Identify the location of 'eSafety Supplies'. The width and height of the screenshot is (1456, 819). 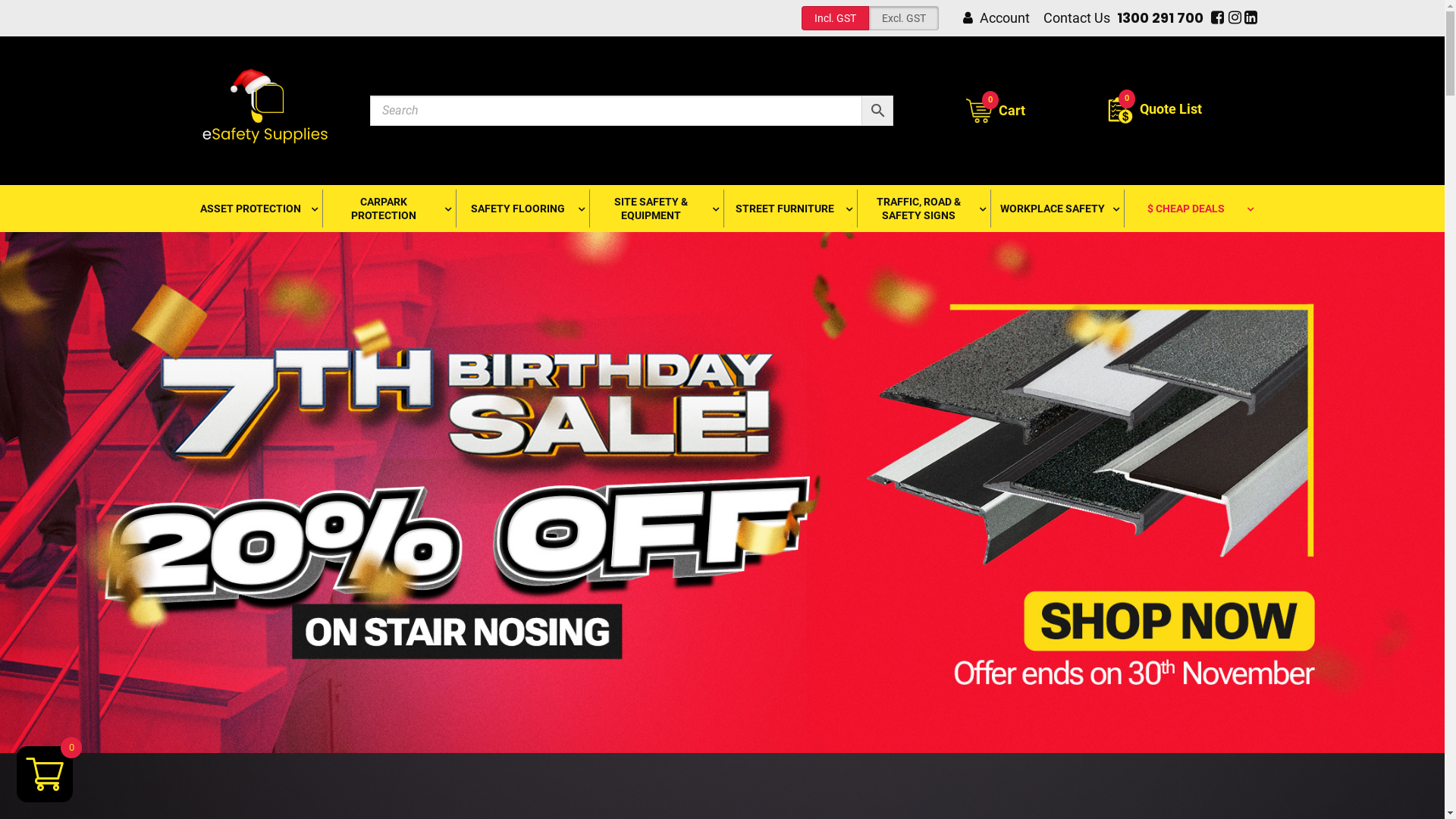
(187, 110).